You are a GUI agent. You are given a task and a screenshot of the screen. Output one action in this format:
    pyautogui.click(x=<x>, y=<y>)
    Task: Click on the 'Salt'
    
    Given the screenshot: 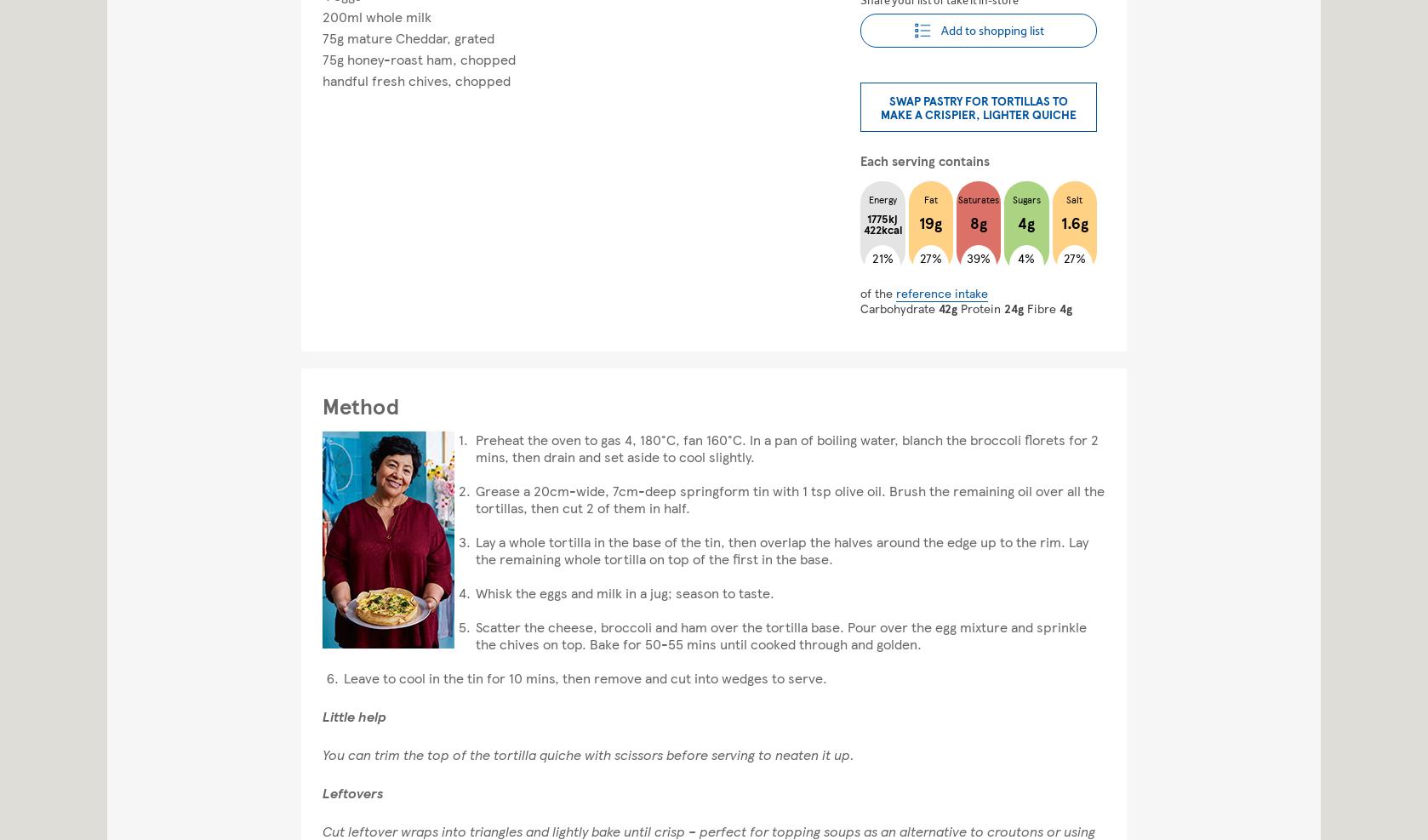 What is the action you would take?
    pyautogui.click(x=1073, y=198)
    